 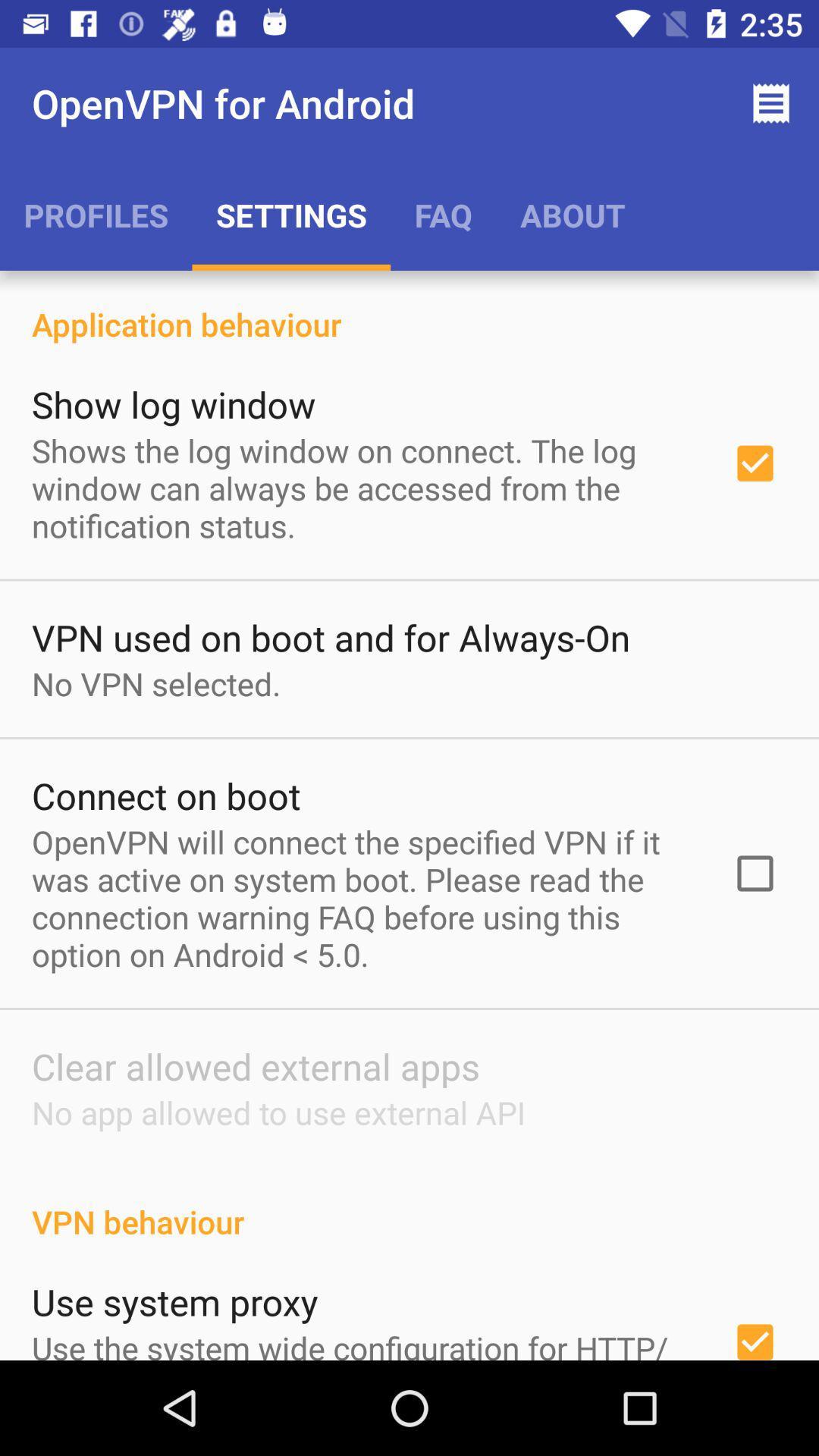 I want to click on the profiles, so click(x=96, y=214).